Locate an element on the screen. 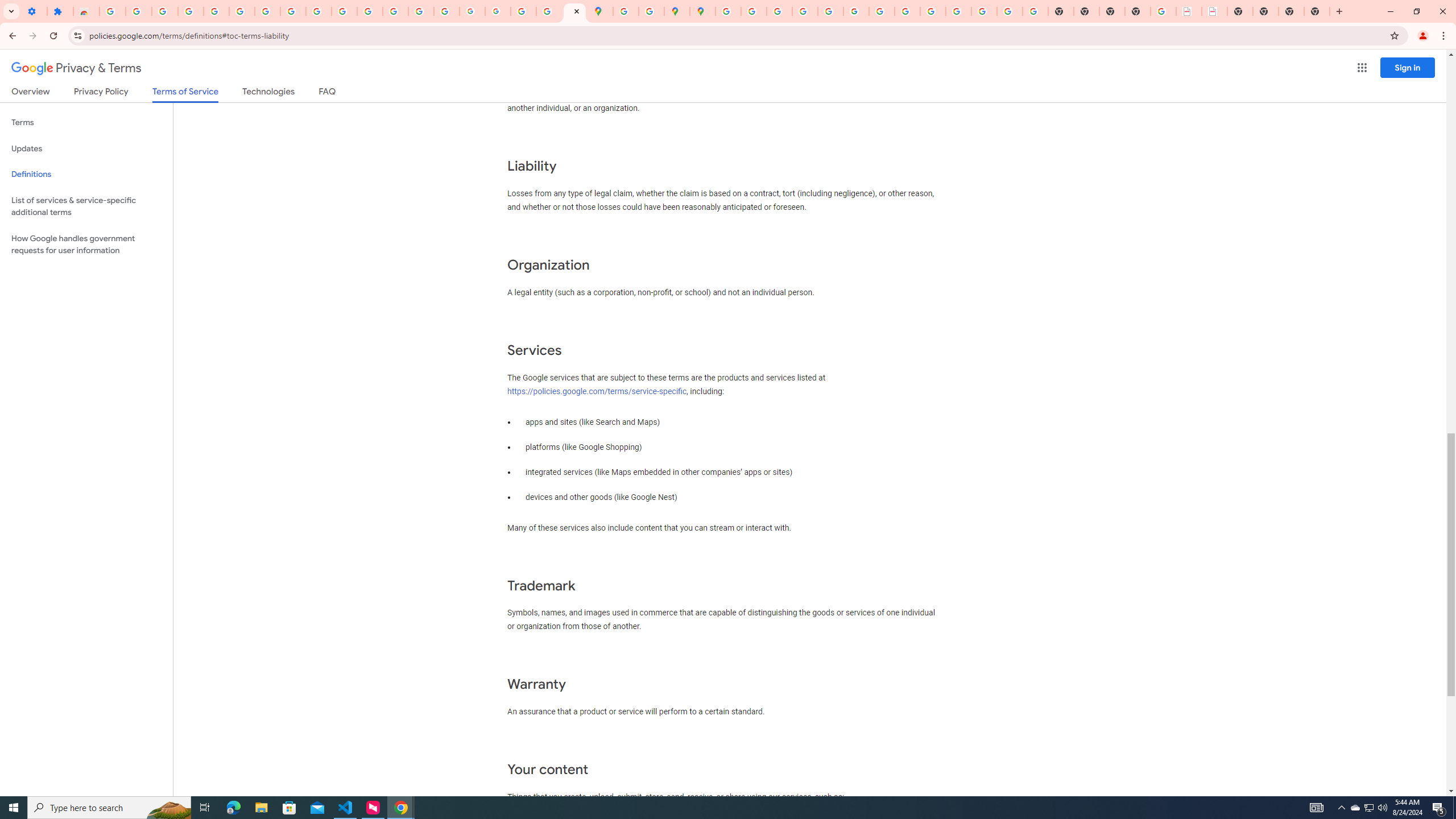 Image resolution: width=1456 pixels, height=819 pixels. 'Privacy & Terms' is located at coordinates (76, 68).